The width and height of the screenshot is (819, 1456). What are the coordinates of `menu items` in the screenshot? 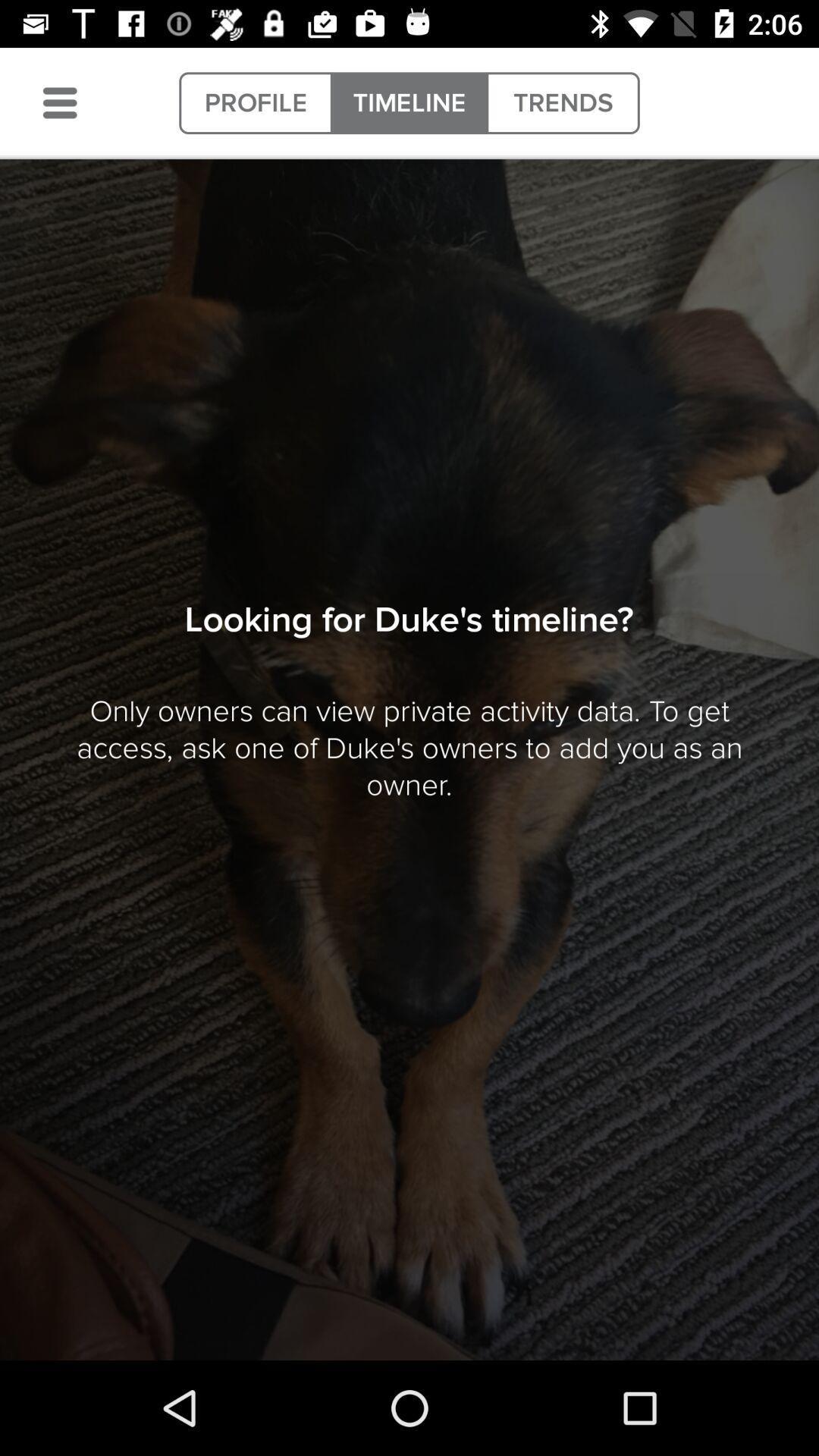 It's located at (59, 102).